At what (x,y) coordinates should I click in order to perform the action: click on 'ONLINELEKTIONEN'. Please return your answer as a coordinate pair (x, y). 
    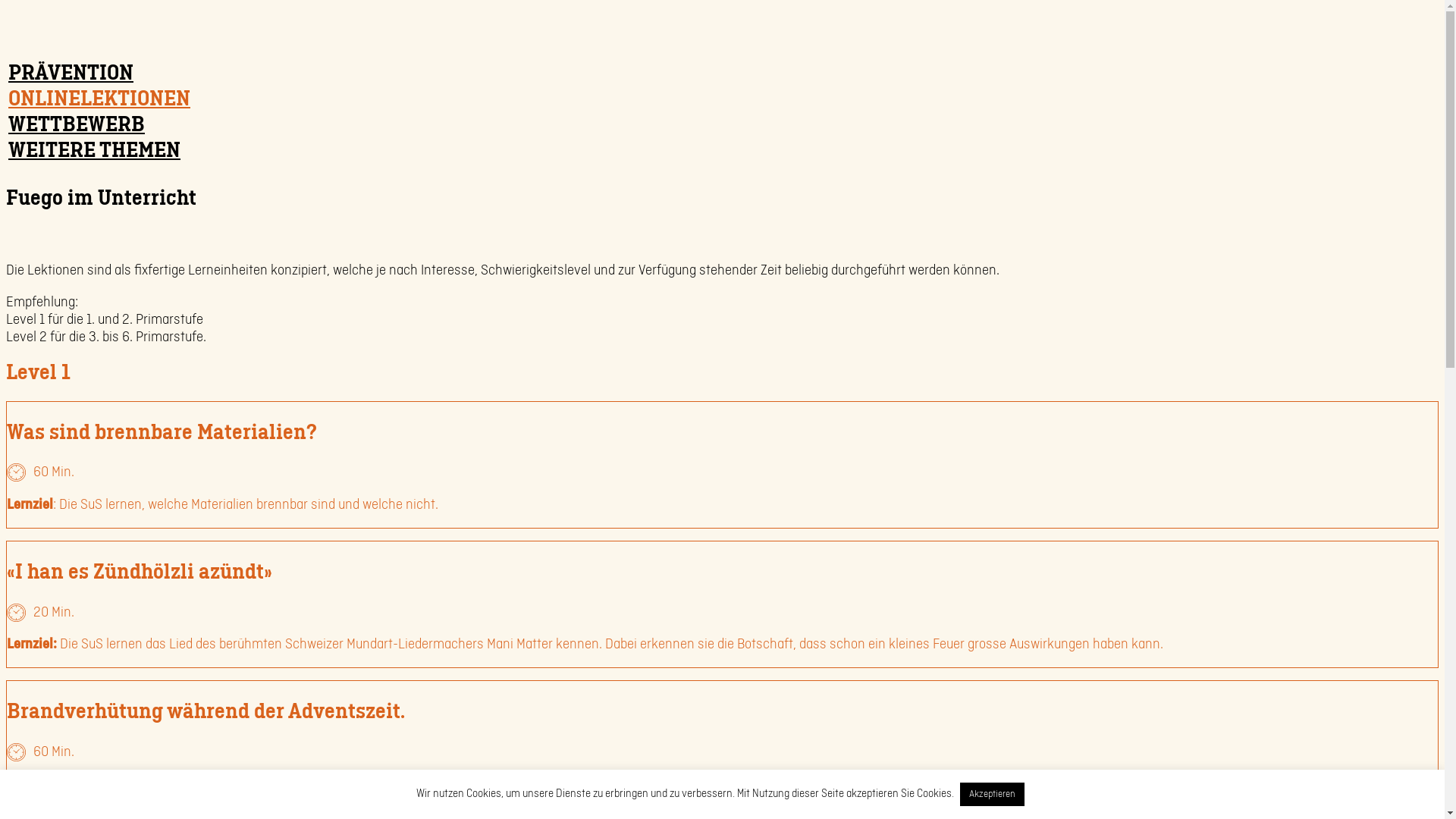
    Looking at the image, I should click on (98, 98).